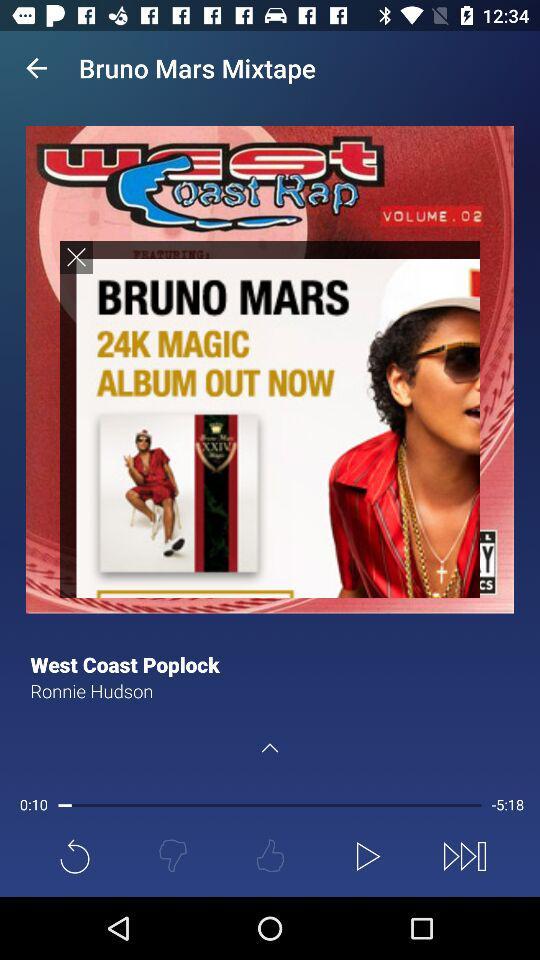 This screenshot has width=540, height=960. What do you see at coordinates (366, 855) in the screenshot?
I see `the play icon` at bounding box center [366, 855].